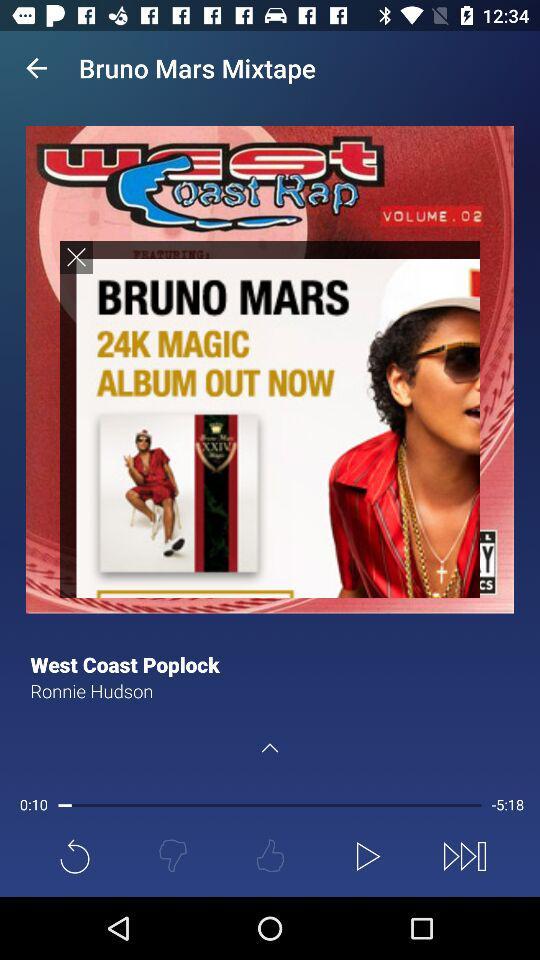 This screenshot has width=540, height=960. What do you see at coordinates (366, 855) in the screenshot?
I see `the play icon` at bounding box center [366, 855].